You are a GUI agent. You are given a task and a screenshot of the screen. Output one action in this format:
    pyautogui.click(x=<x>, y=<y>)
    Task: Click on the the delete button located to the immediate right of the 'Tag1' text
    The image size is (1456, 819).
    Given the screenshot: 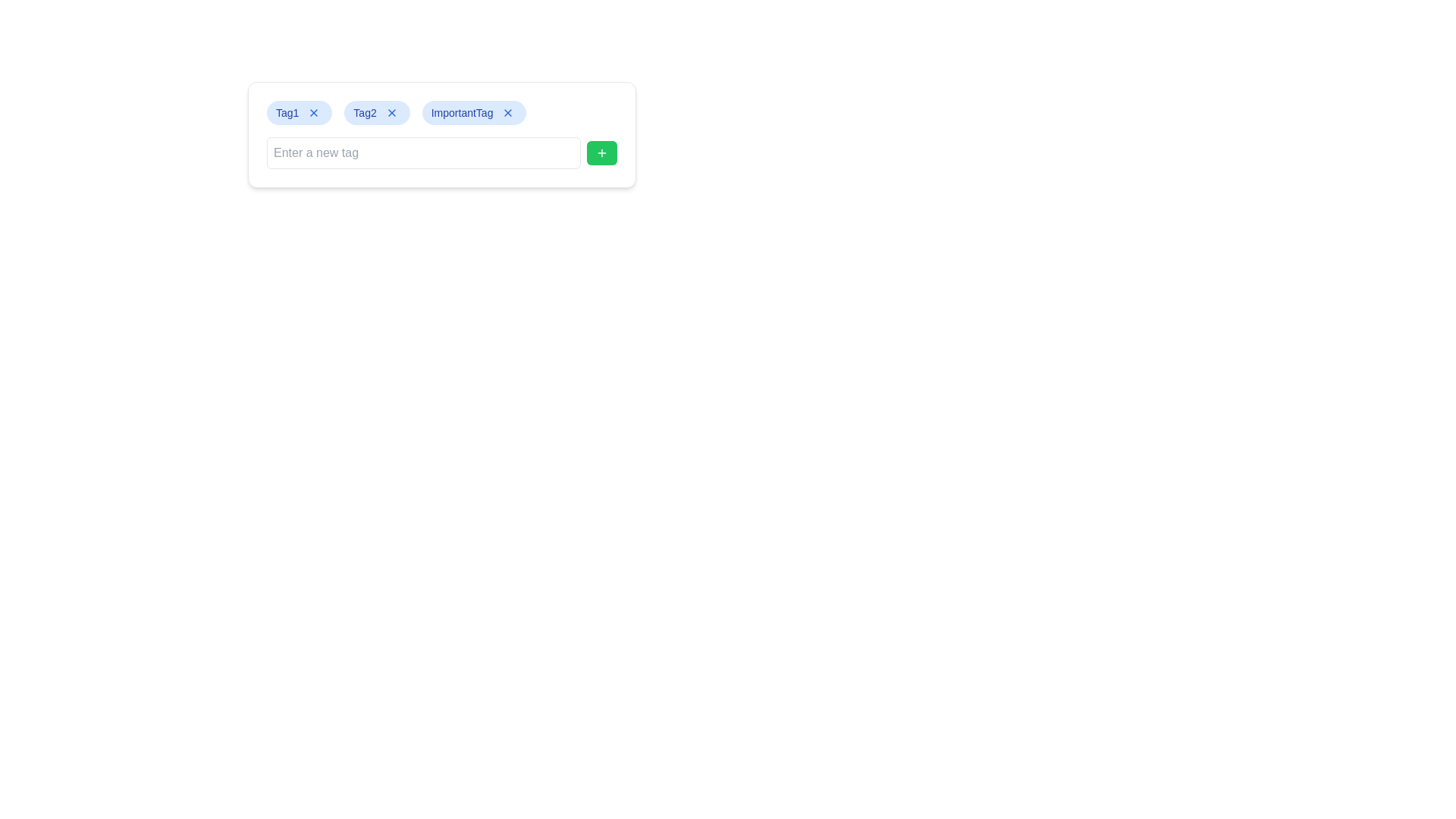 What is the action you would take?
    pyautogui.click(x=313, y=112)
    